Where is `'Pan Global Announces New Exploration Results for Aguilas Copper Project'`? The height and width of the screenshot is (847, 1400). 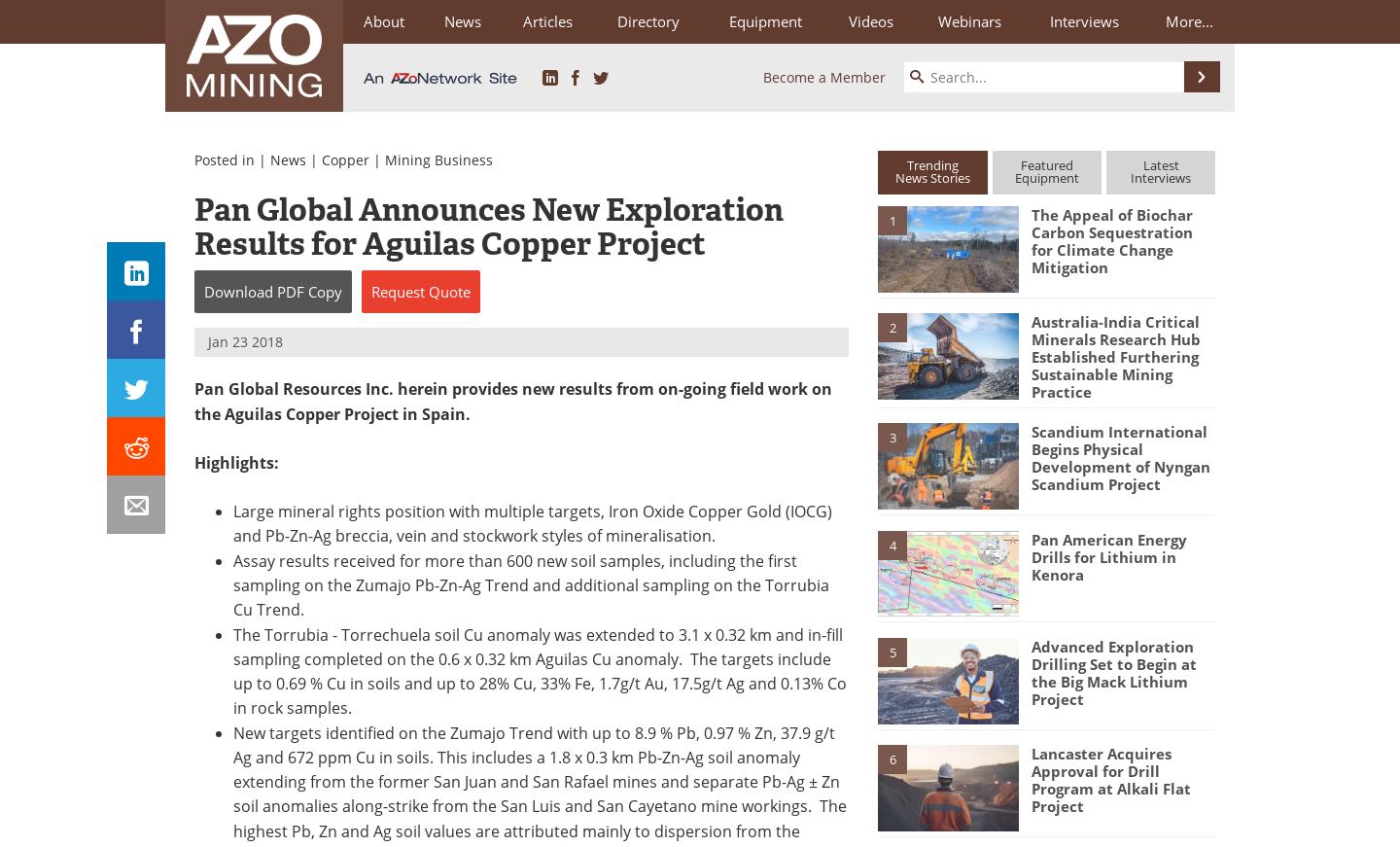
'Pan Global Announces New Exploration Results for Aguilas Copper Project' is located at coordinates (487, 226).